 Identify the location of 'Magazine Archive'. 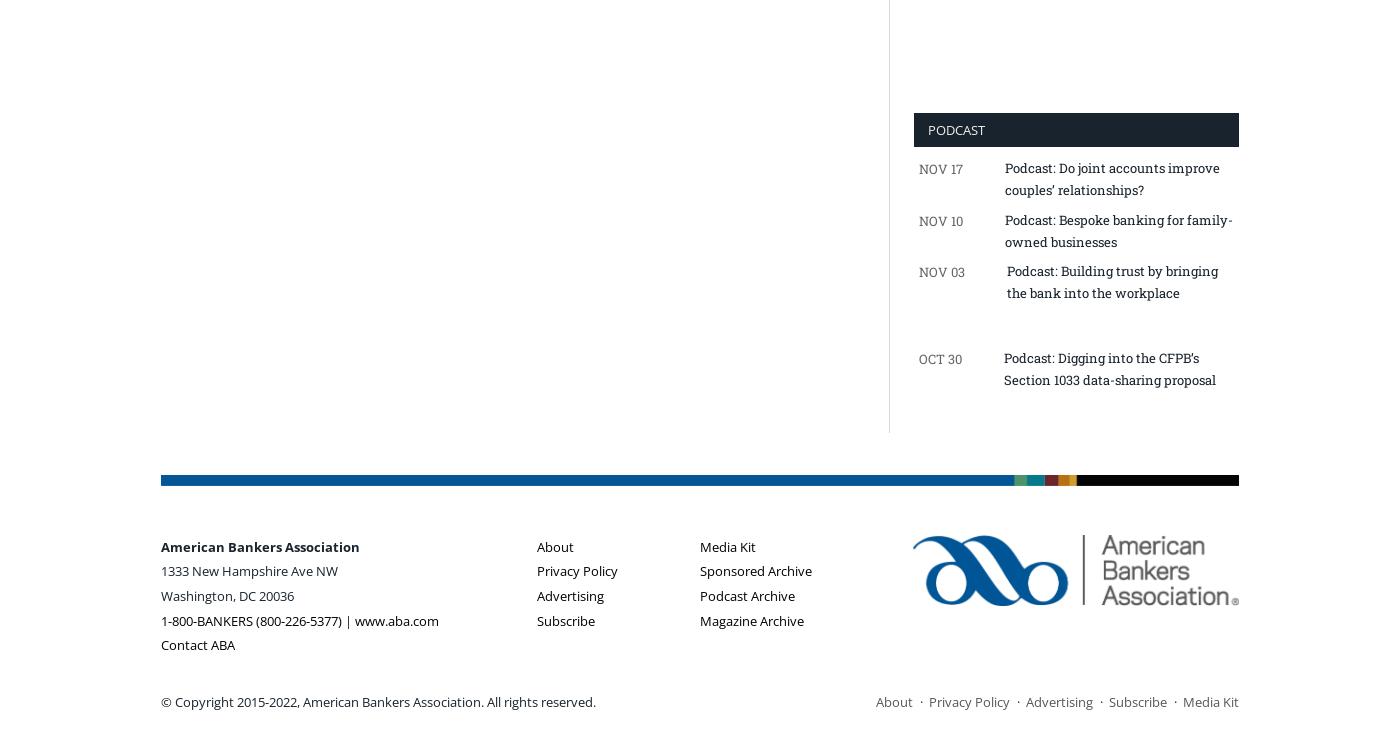
(700, 620).